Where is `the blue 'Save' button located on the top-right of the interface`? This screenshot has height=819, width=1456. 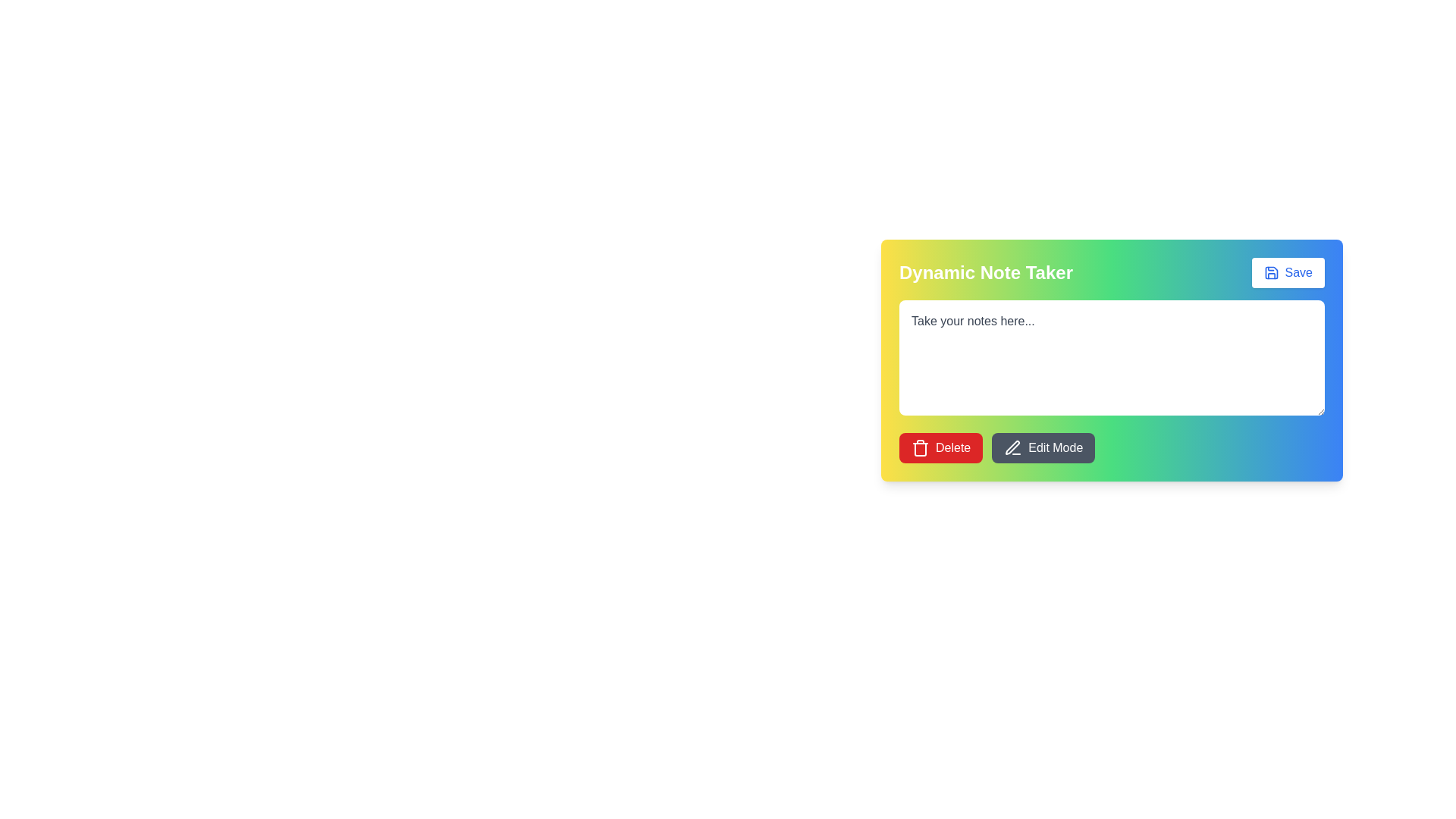 the blue 'Save' button located on the top-right of the interface is located at coordinates (1287, 271).